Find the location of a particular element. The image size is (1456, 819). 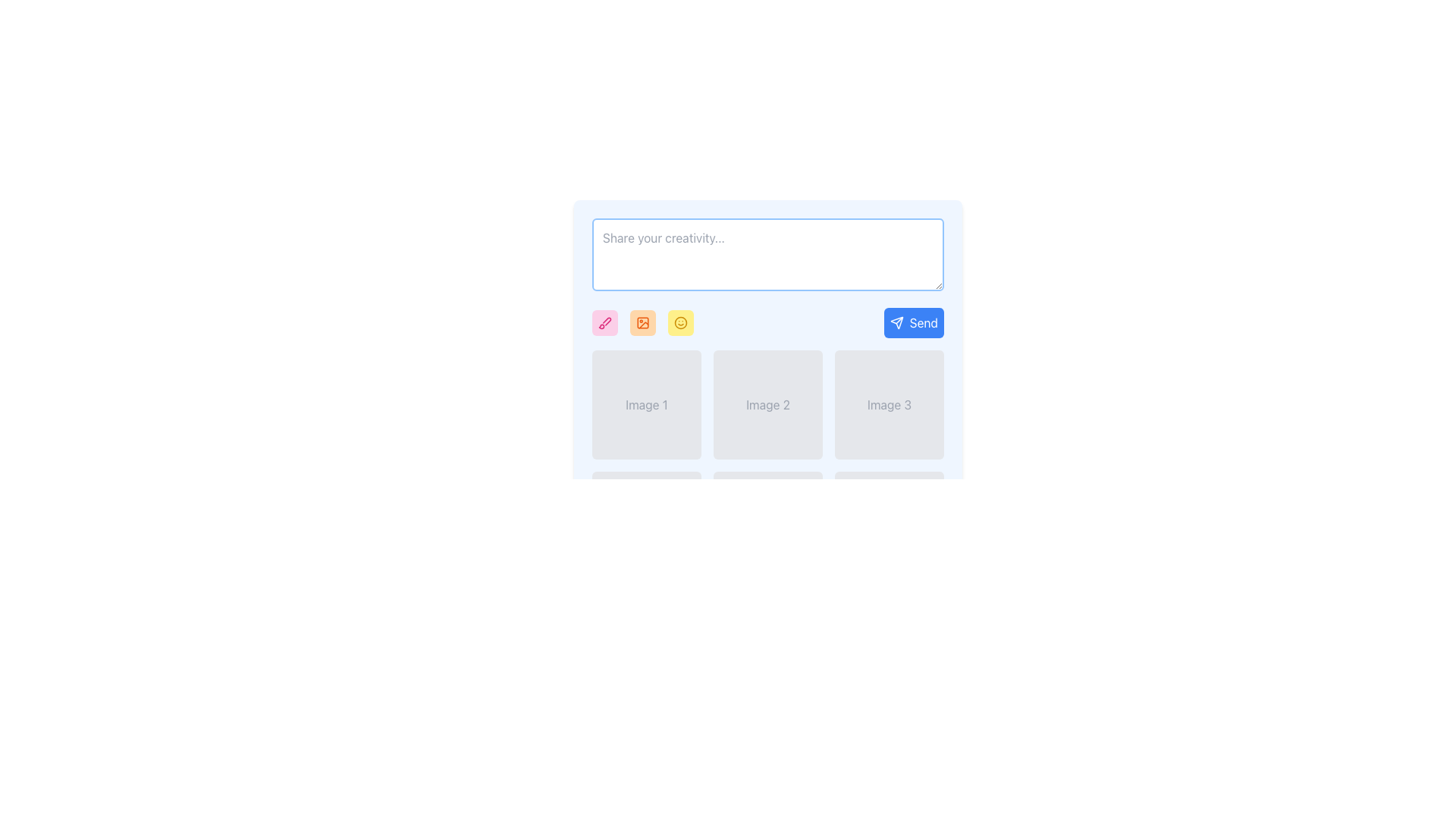

the smiley face icon button is located at coordinates (679, 322).